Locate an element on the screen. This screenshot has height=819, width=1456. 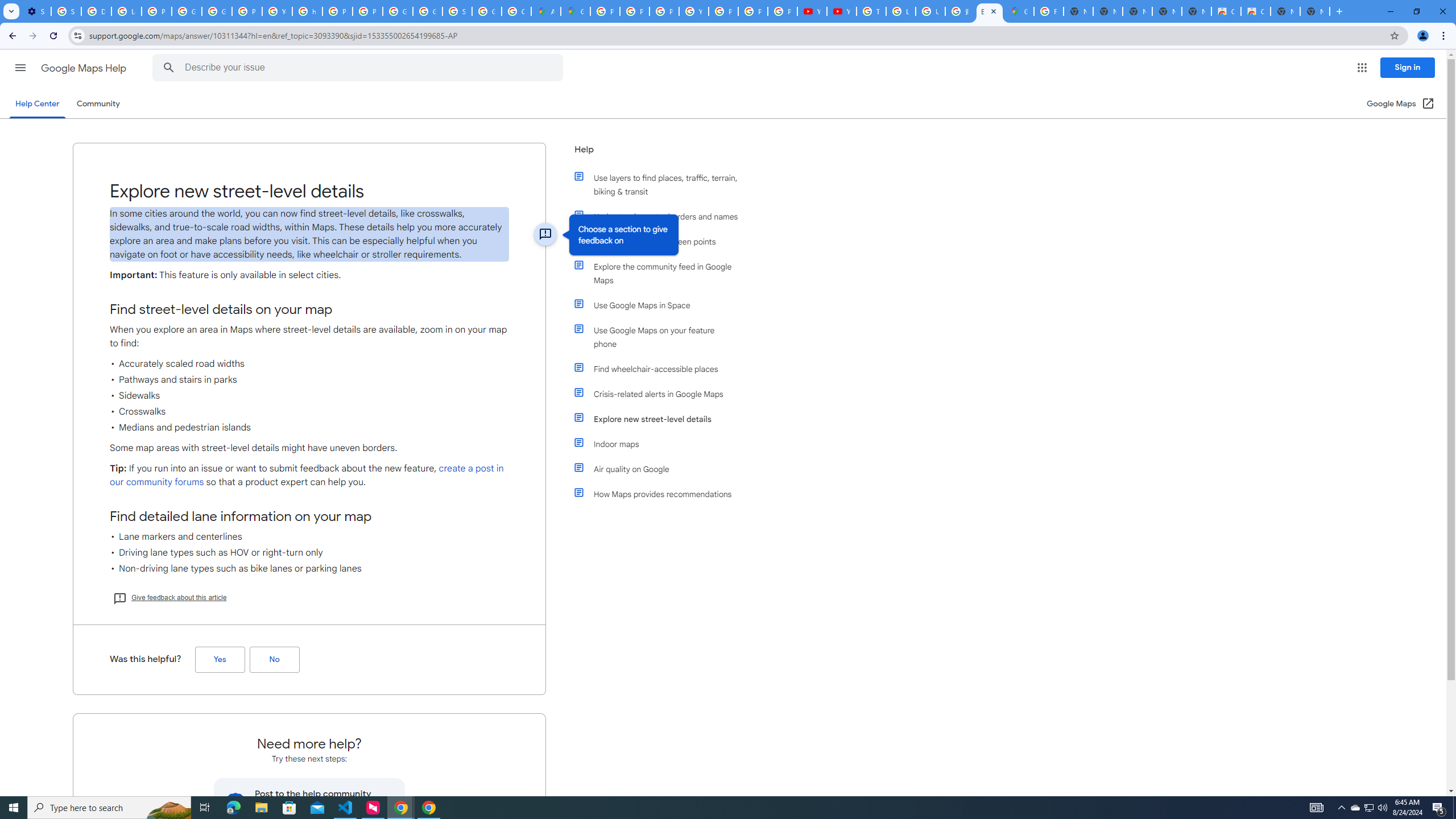
'New Tab' is located at coordinates (1314, 11).